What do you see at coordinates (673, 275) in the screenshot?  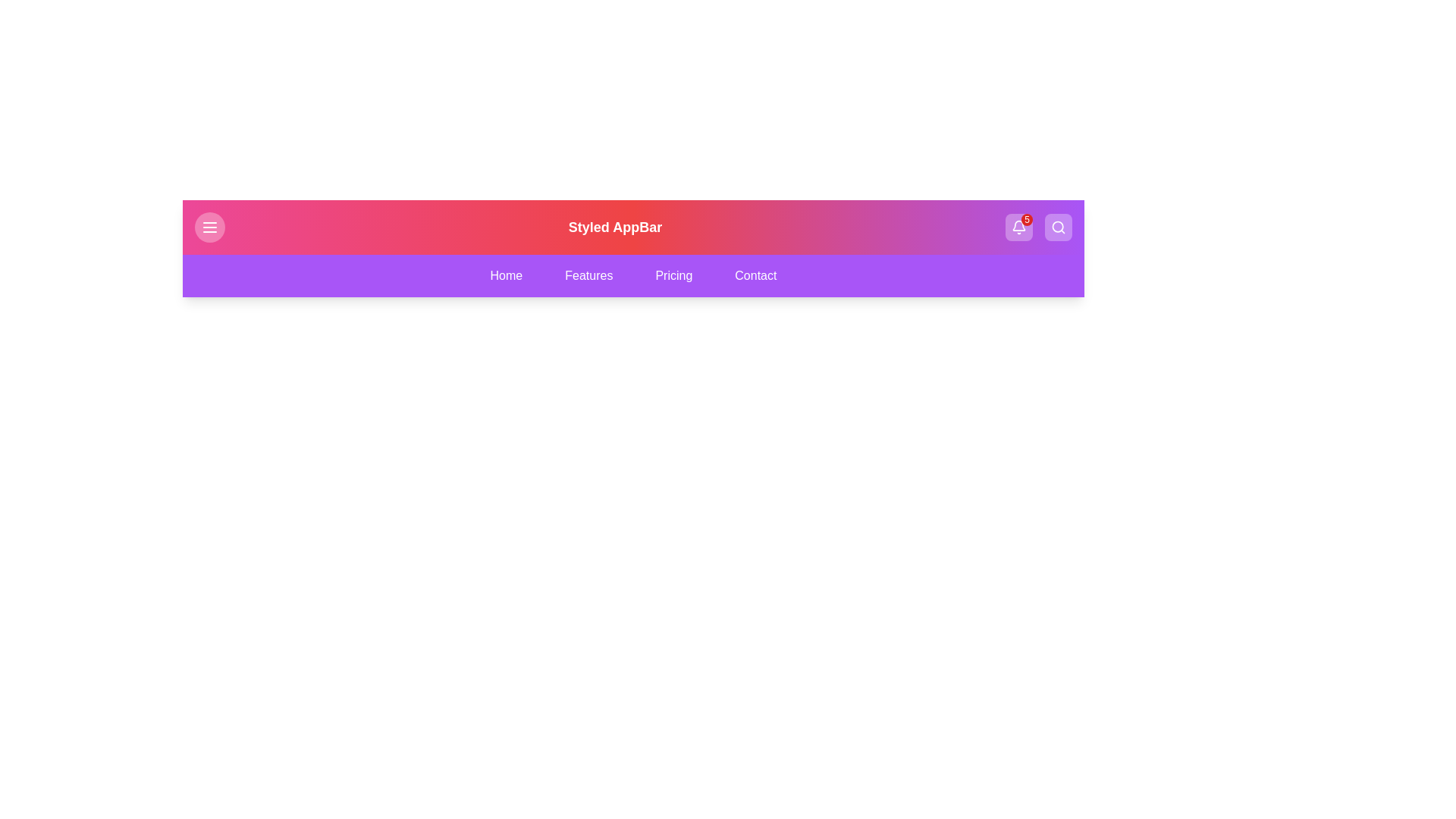 I see `the navigation tab labeled Pricing` at bounding box center [673, 275].